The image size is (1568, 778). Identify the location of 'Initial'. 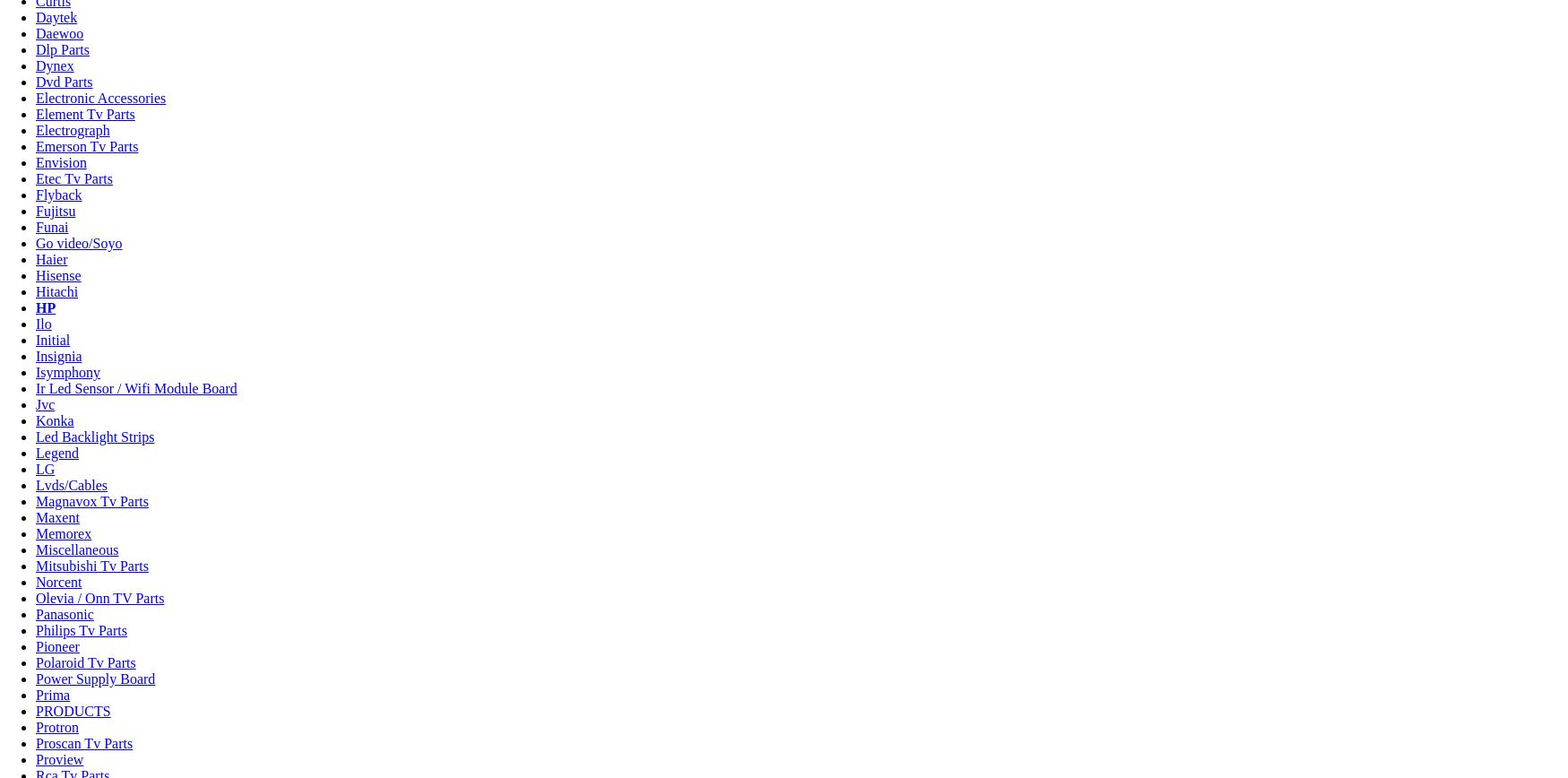
(51, 340).